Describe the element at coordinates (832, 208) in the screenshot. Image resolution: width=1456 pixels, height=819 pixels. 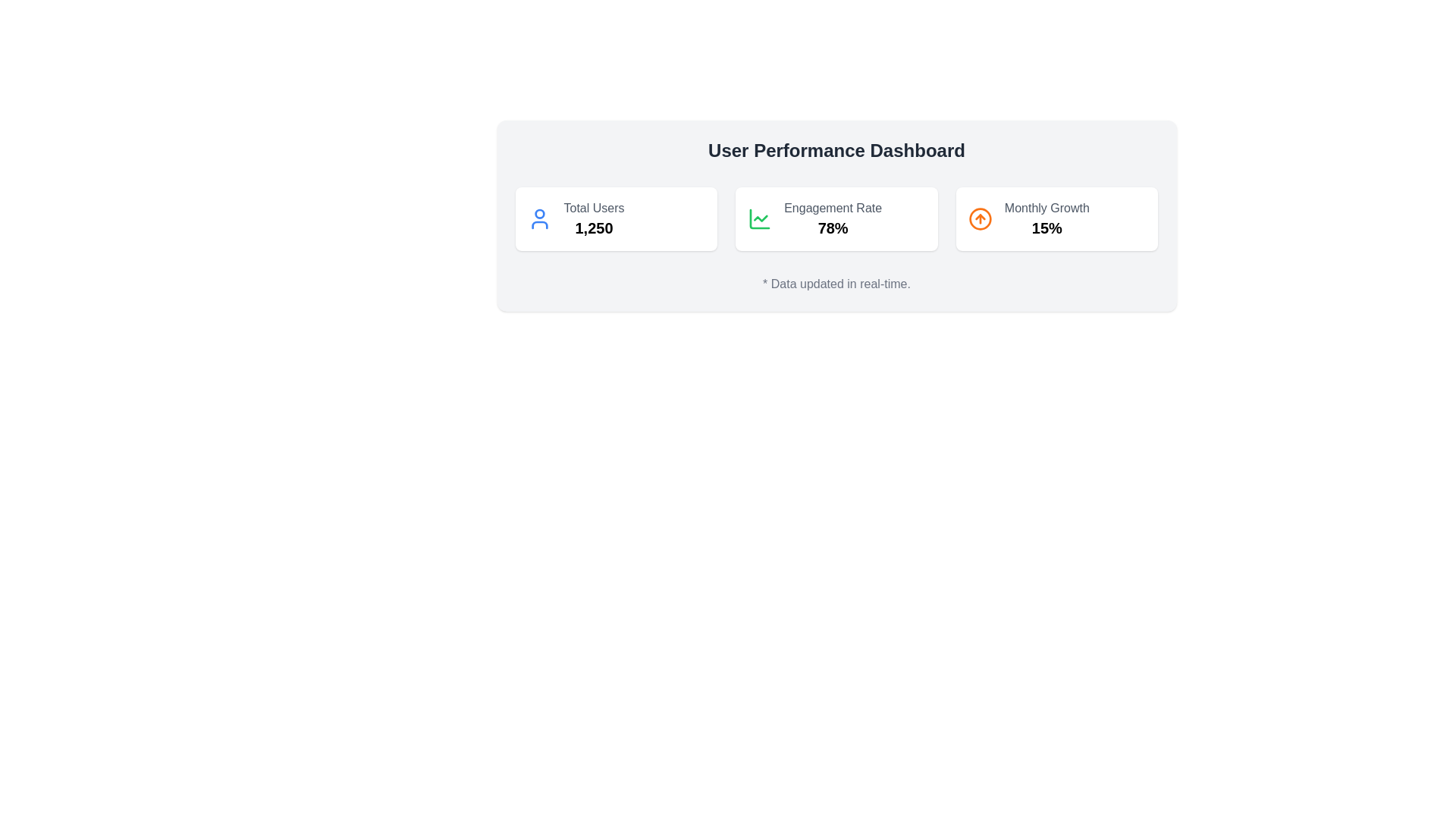
I see `label that describes the '78%' engagement rate in the User Performance Dashboard, centrally located in the second card of three cards` at that location.